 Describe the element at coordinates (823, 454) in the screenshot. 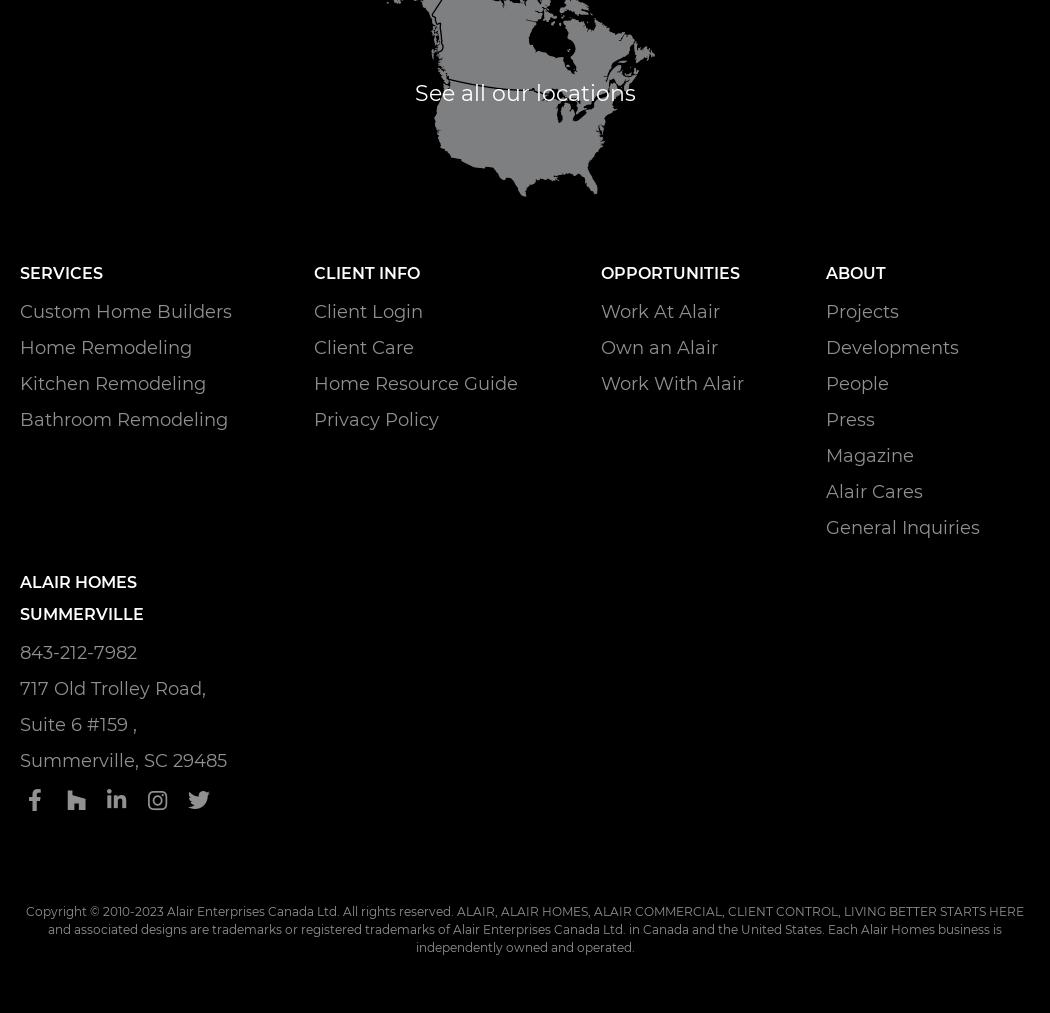

I see `'Magazine'` at that location.